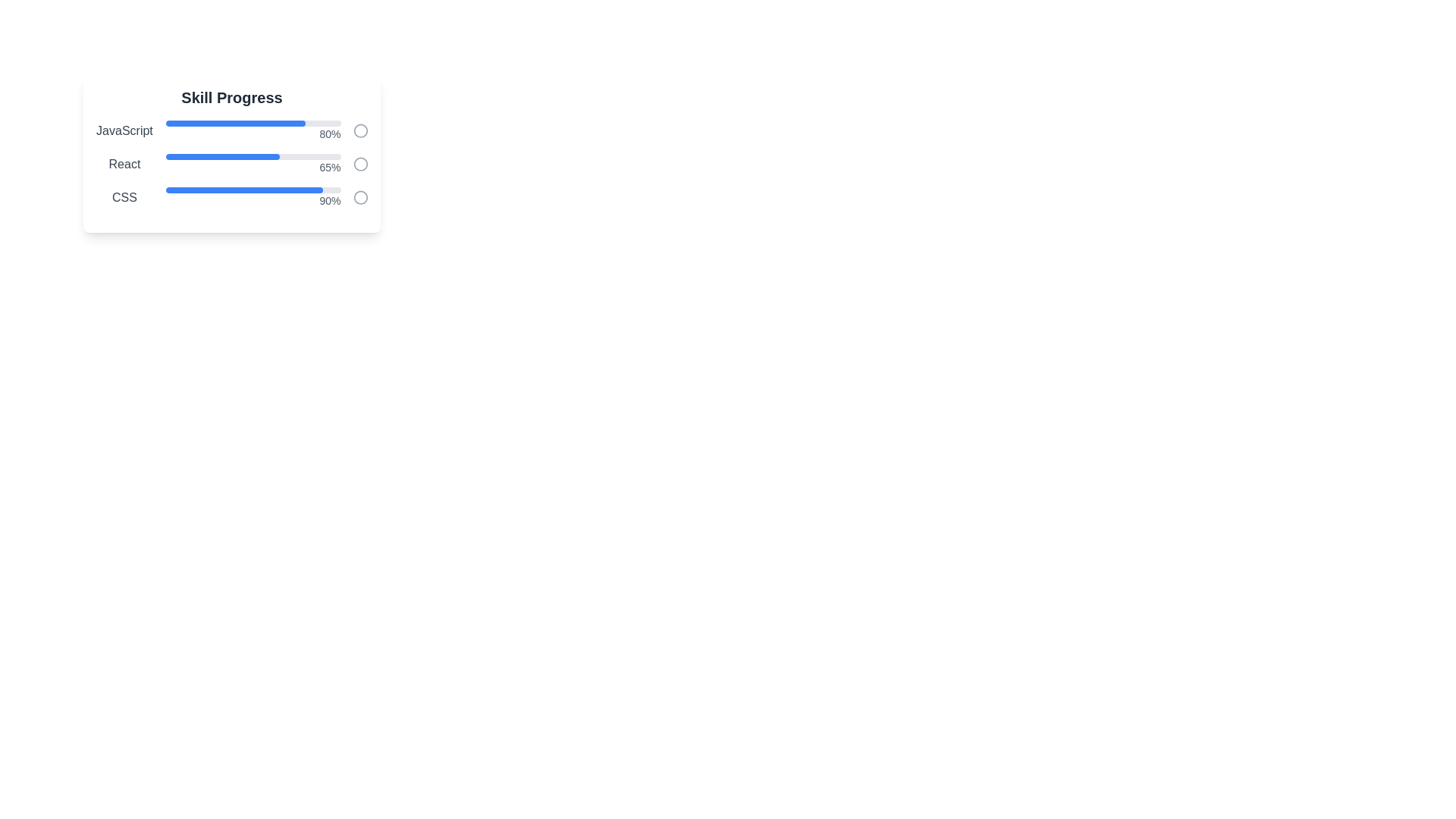 The image size is (1456, 819). What do you see at coordinates (253, 130) in the screenshot?
I see `the progress indicator associated with the 'JavaScript' skill, which displays an 80% completion label and is located in the first row of the 'Skill Progress' list` at bounding box center [253, 130].